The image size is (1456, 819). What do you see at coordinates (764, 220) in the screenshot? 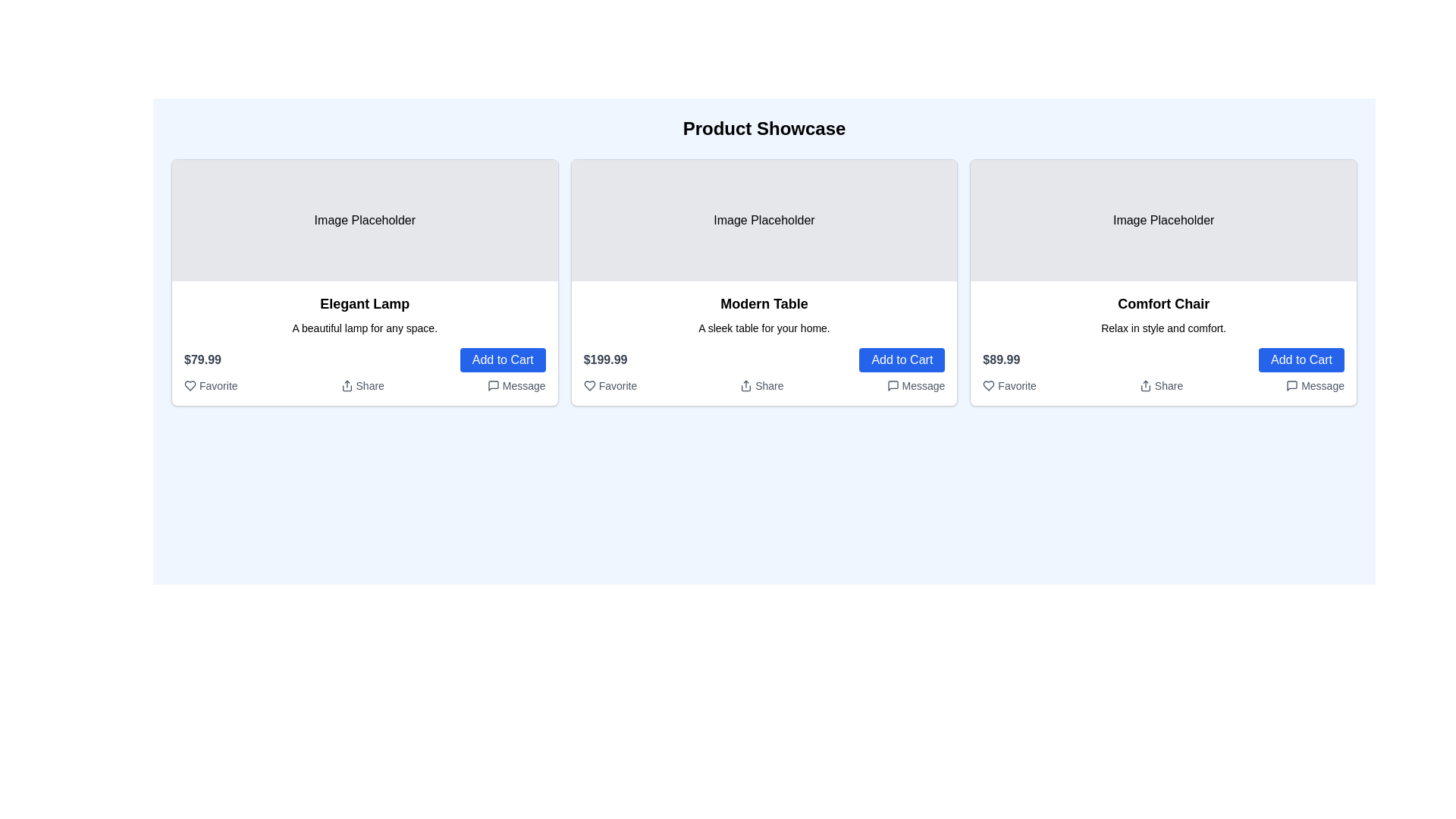
I see `the Text label that serves as a placeholder for an image above the product name 'Modern Table' in the middle panel of the layout` at bounding box center [764, 220].